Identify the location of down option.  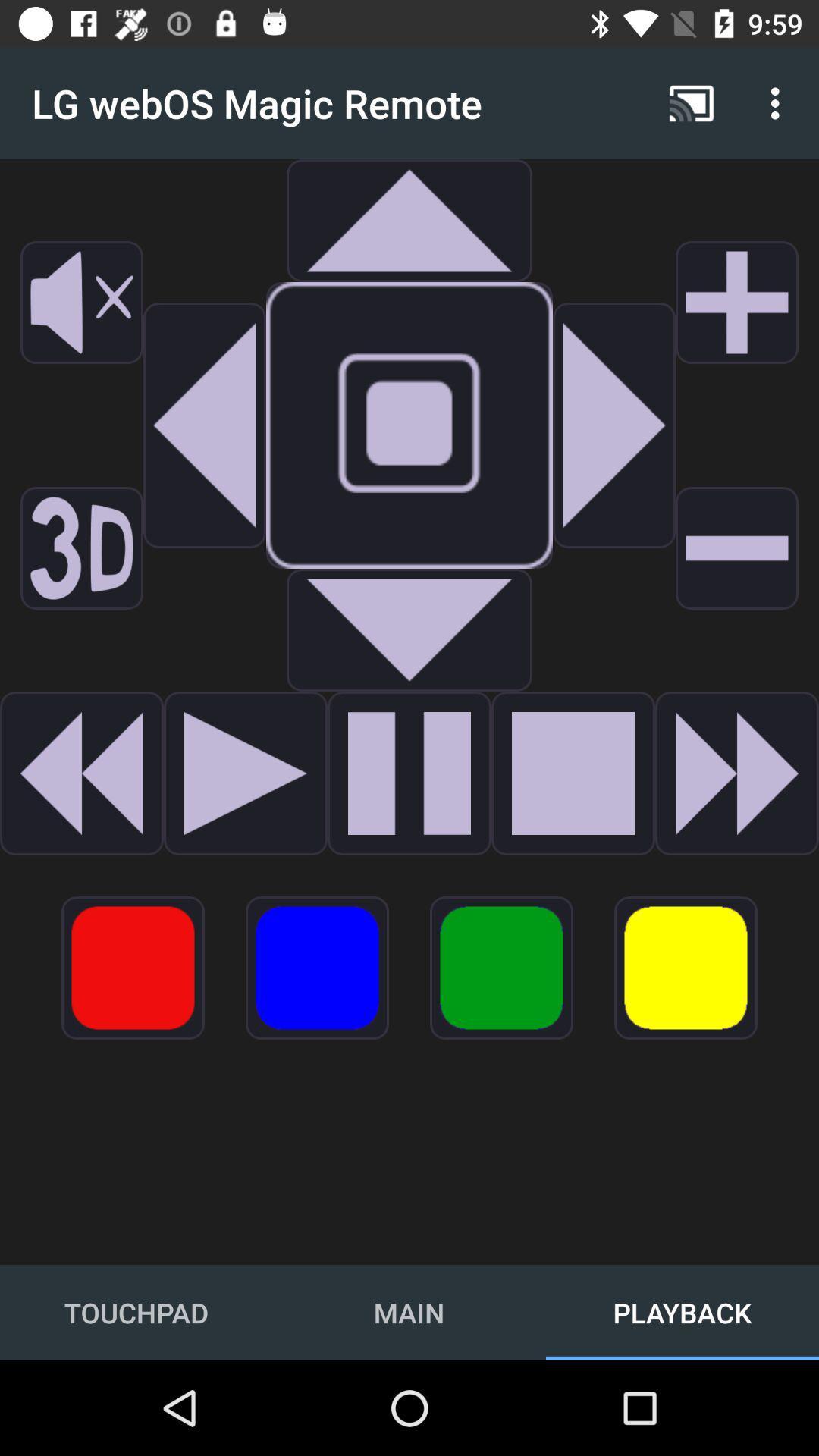
(409, 629).